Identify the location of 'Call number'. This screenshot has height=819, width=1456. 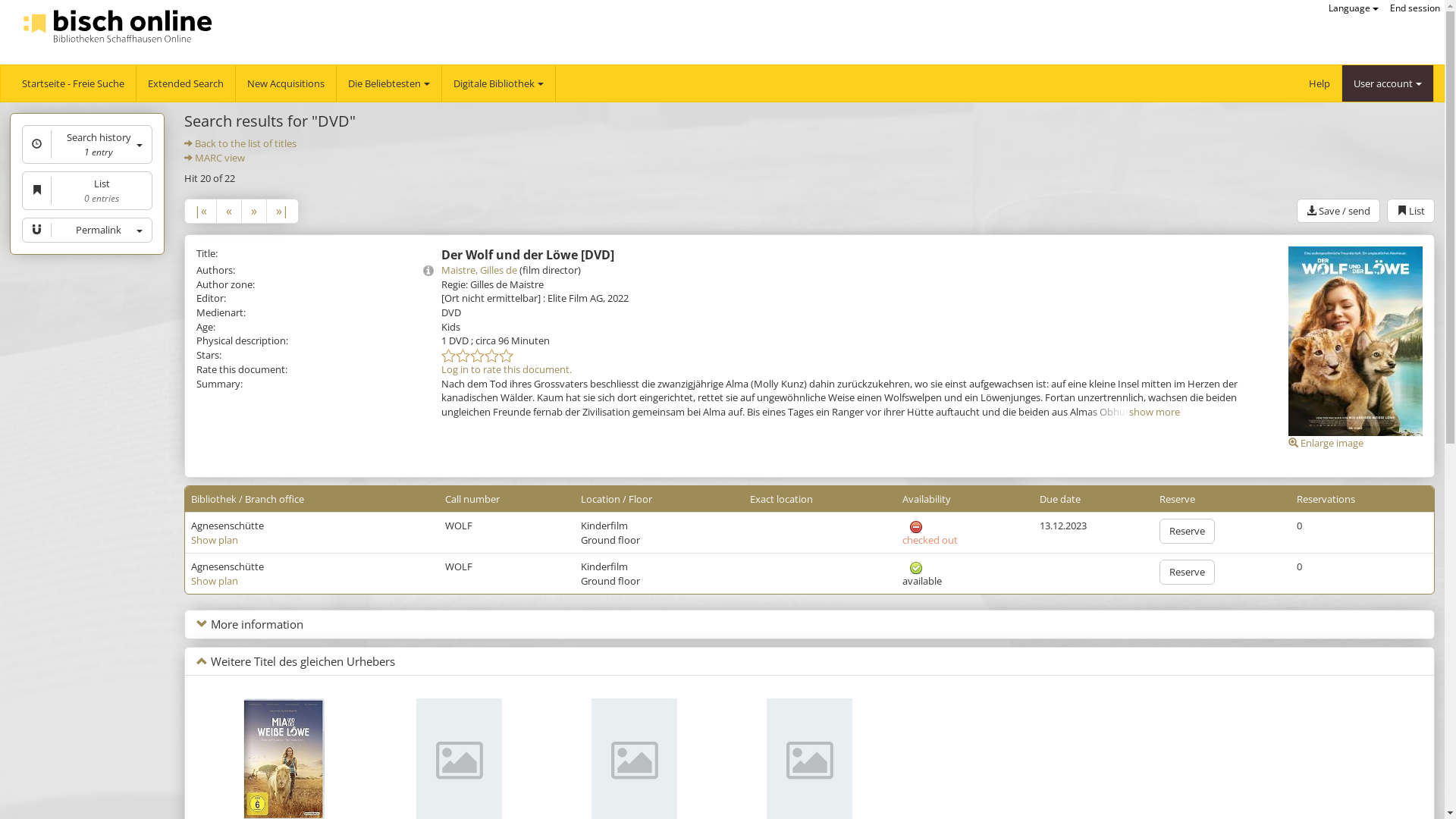
(472, 499).